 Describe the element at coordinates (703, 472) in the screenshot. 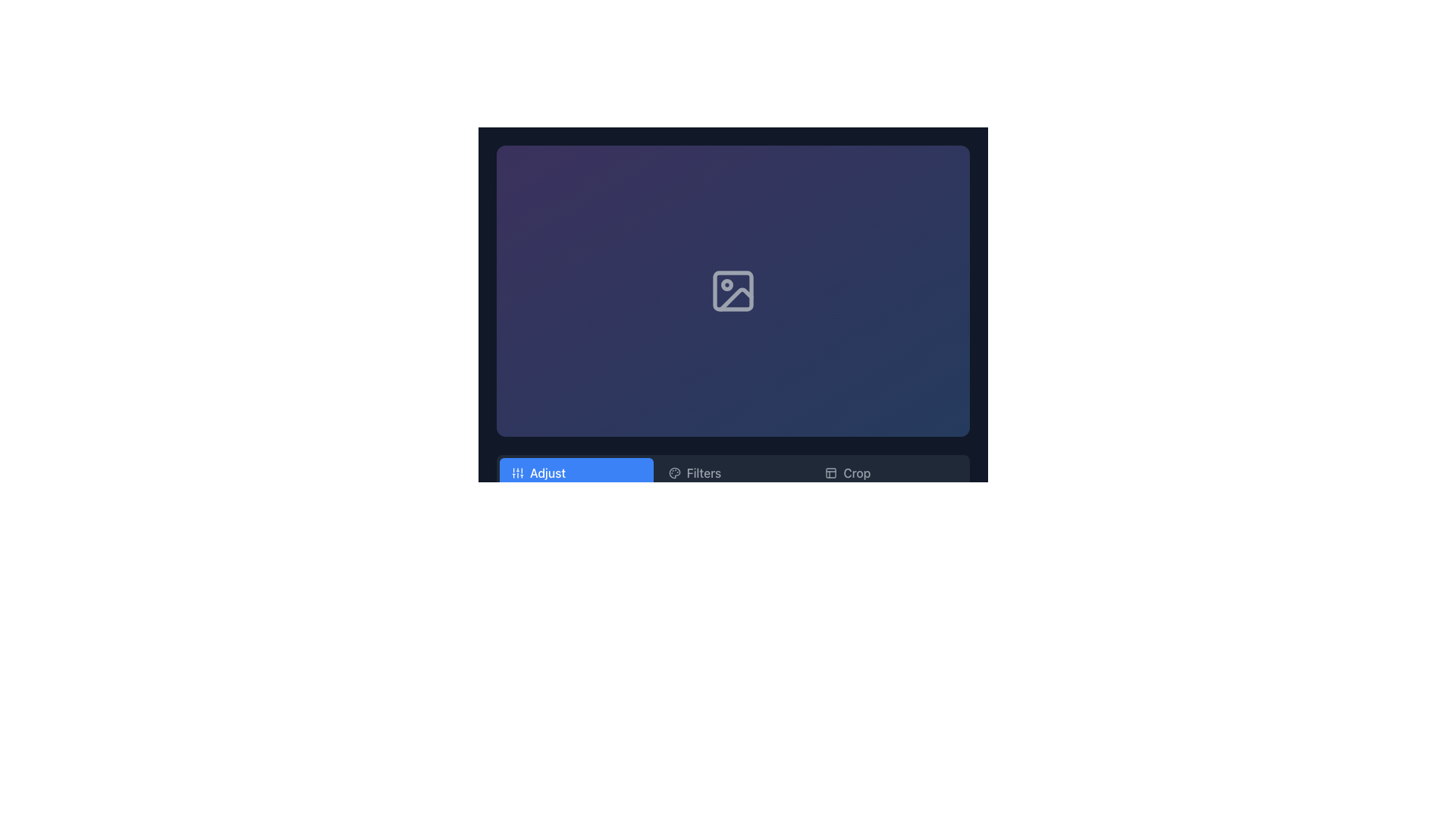

I see `the 'Filters' text label in the bottom horizontal menu bar` at that location.